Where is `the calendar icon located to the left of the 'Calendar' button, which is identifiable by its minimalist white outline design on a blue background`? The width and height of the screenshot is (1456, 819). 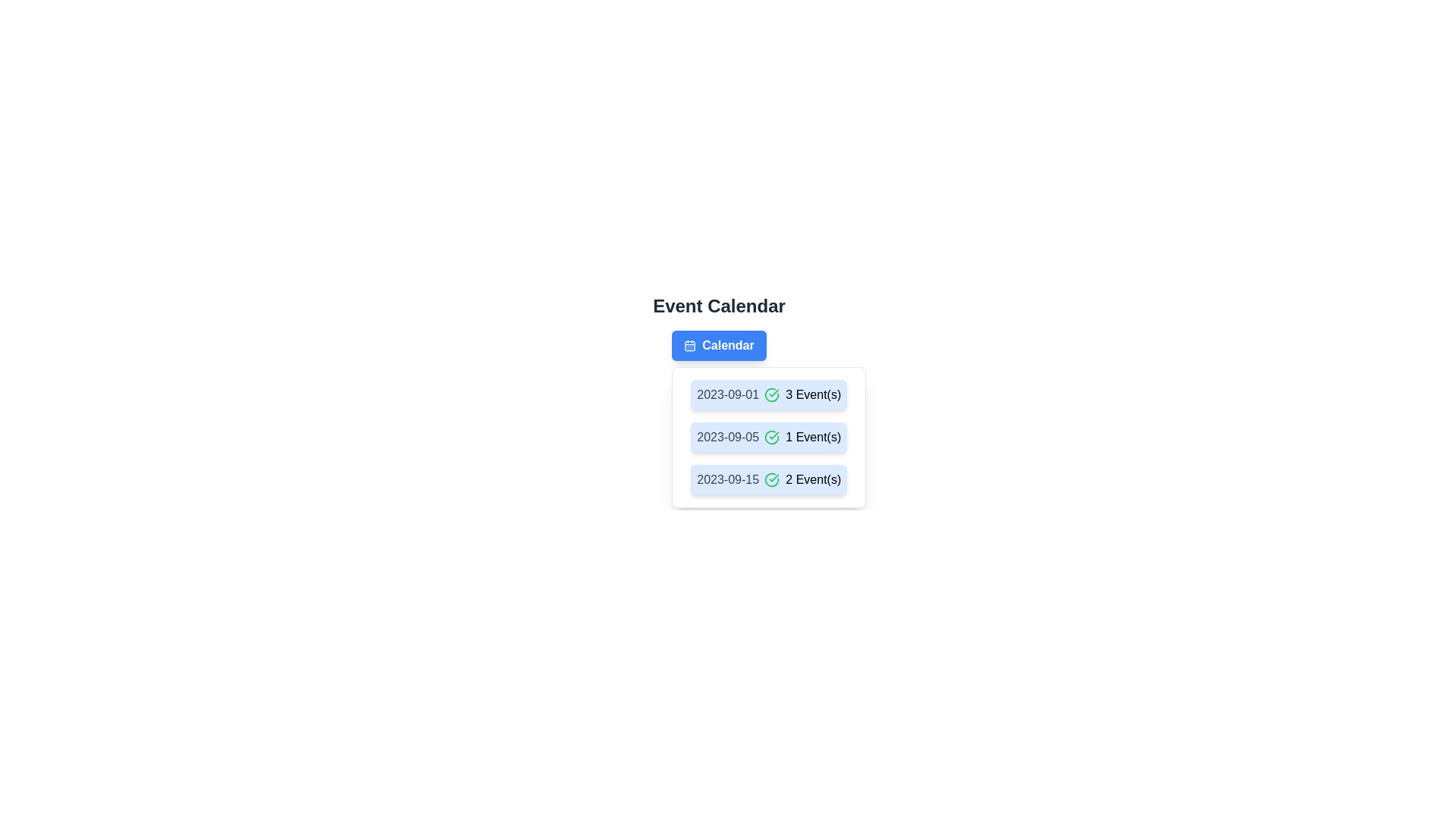
the calendar icon located to the left of the 'Calendar' button, which is identifiable by its minimalist white outline design on a blue background is located at coordinates (689, 345).